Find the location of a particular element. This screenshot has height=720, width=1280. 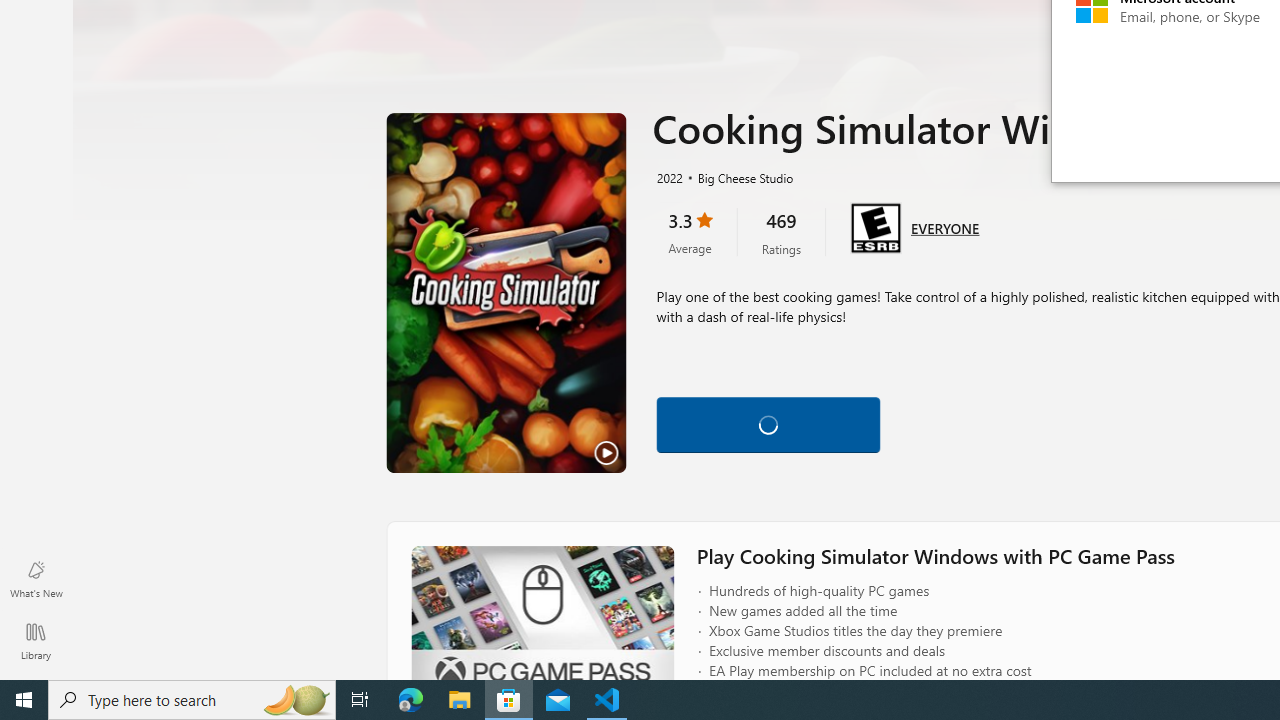

'Play with Game Pass' is located at coordinates (767, 420).